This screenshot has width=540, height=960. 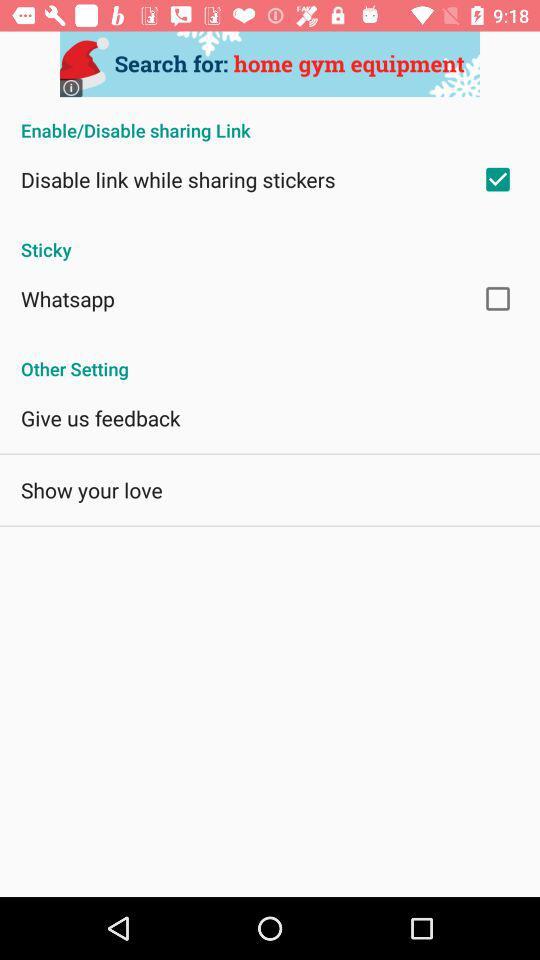 I want to click on the give us feedback icon, so click(x=99, y=417).